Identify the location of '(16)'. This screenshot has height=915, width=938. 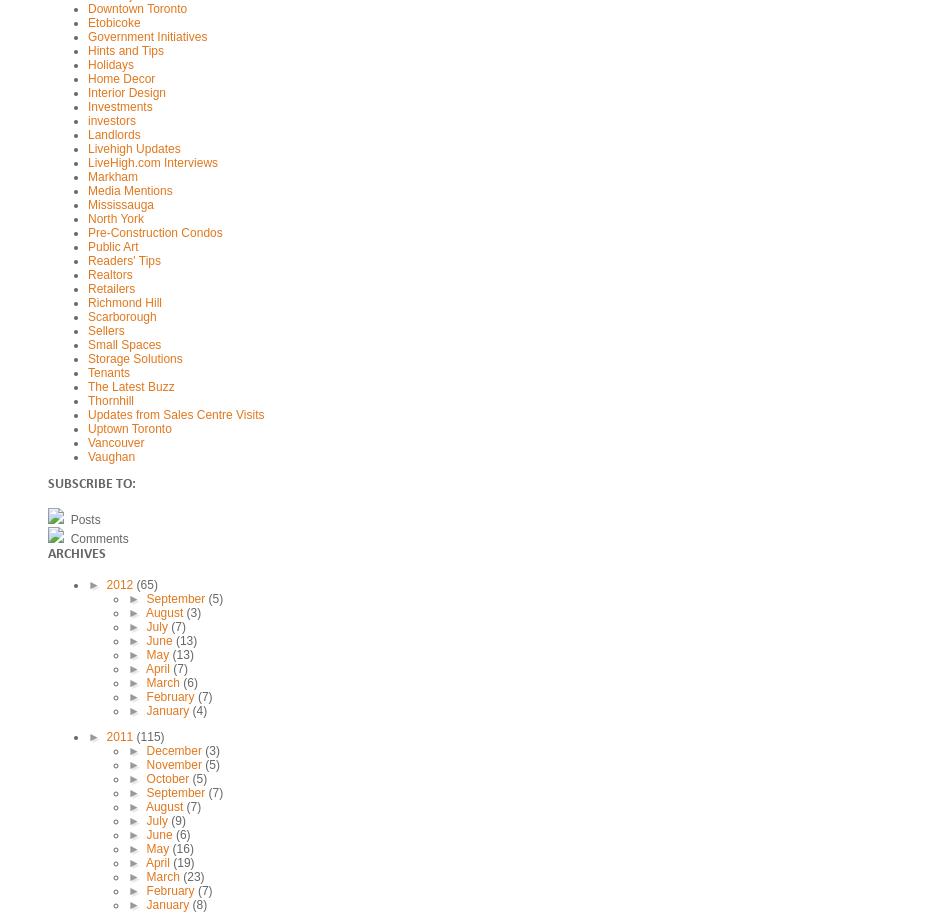
(171, 848).